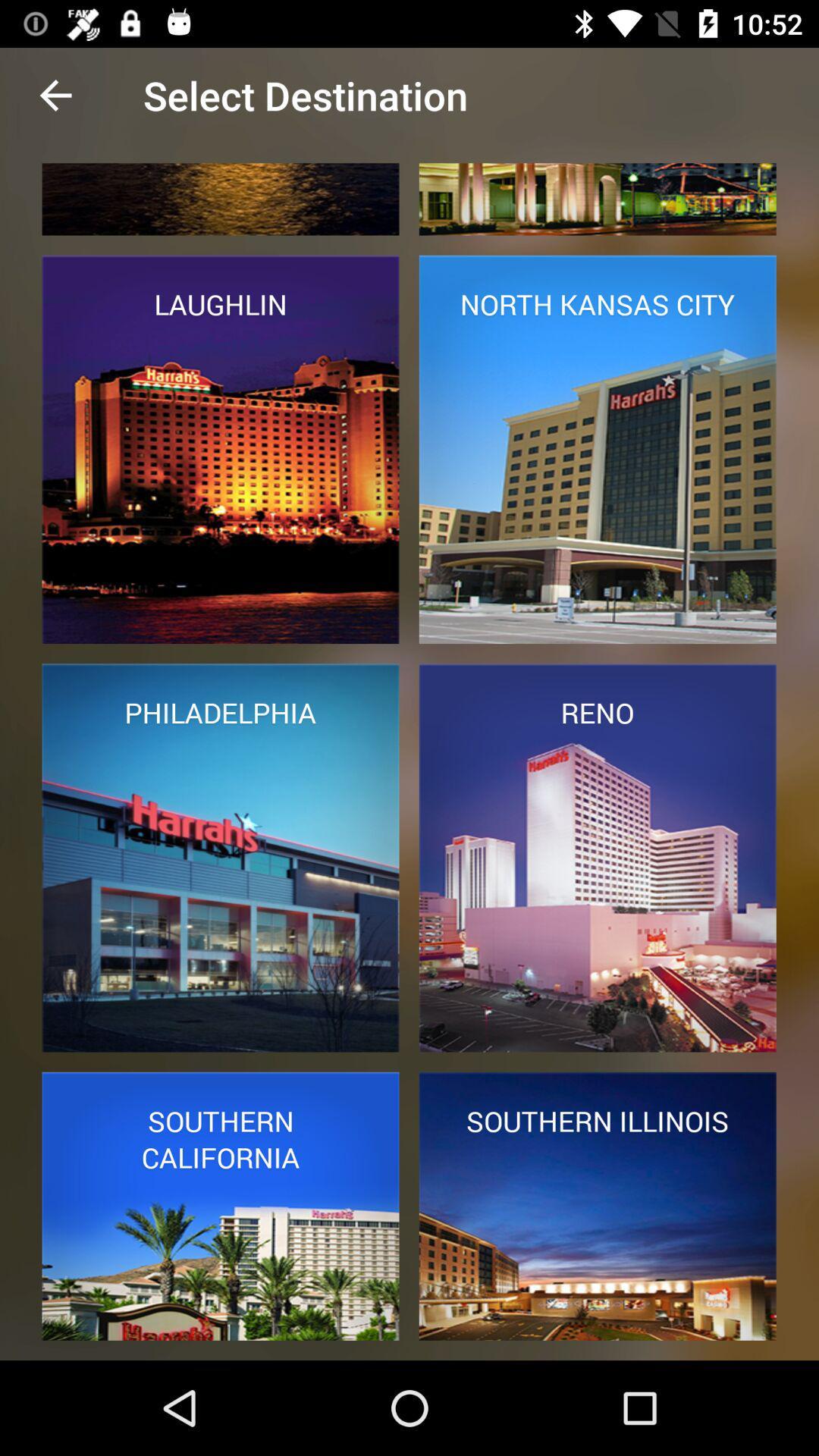 The image size is (819, 1456). What do you see at coordinates (55, 94) in the screenshot?
I see `item to the left of select destination` at bounding box center [55, 94].